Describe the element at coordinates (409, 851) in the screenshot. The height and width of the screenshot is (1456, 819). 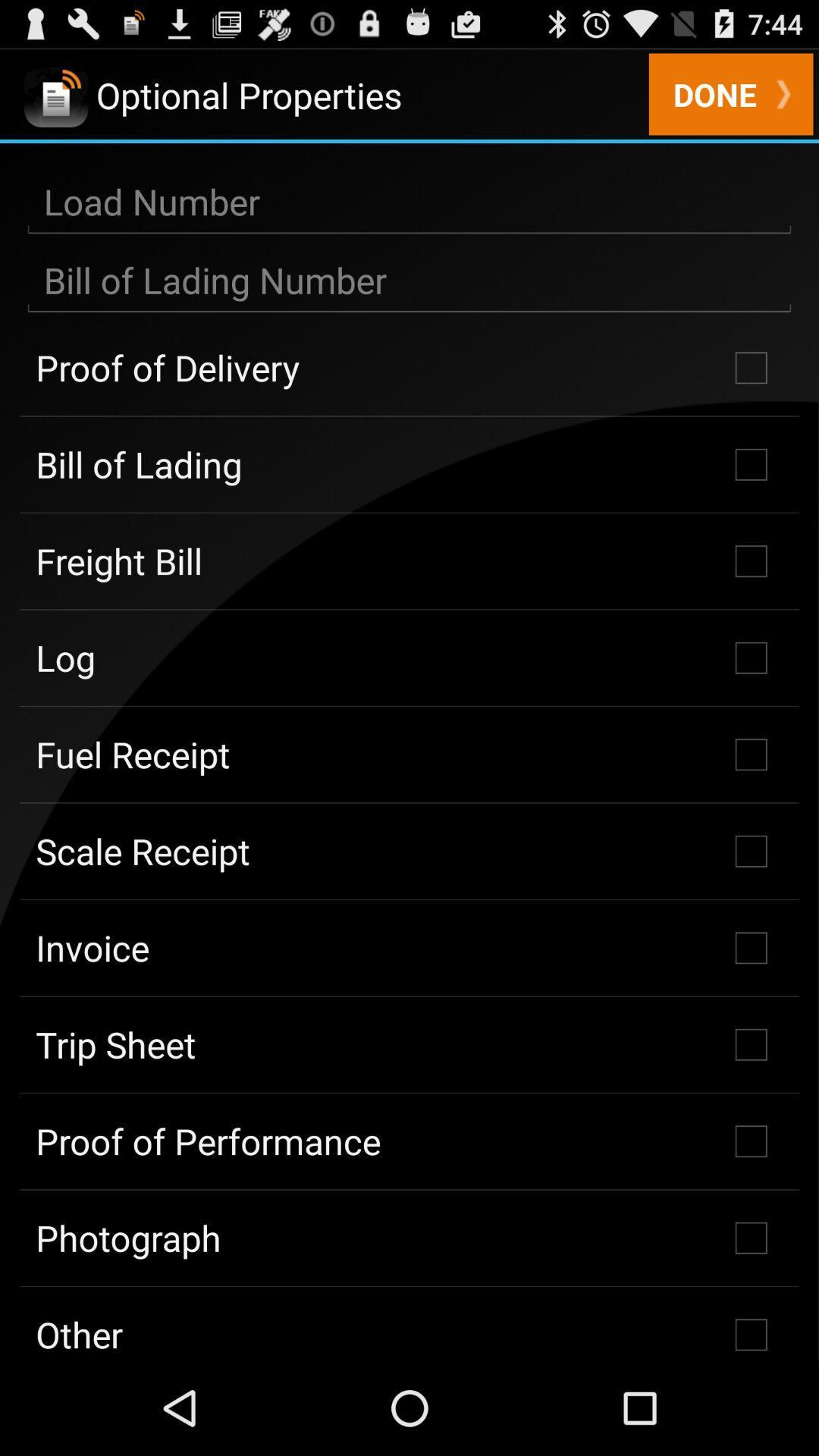
I see `icon below fuel receipt item` at that location.